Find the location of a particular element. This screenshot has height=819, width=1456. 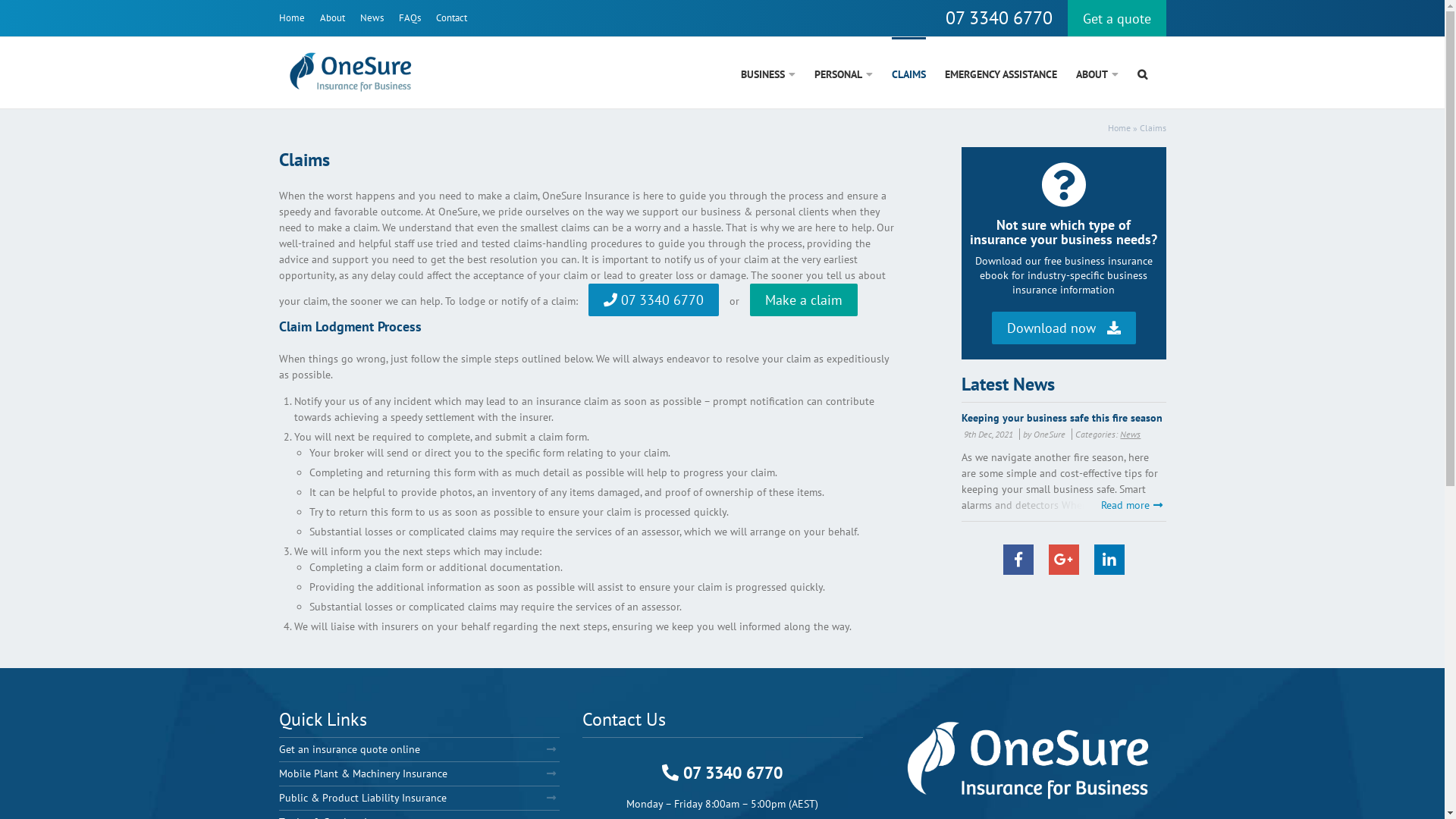

'Mobile Plant & Machinery Insurance' is located at coordinates (419, 773).